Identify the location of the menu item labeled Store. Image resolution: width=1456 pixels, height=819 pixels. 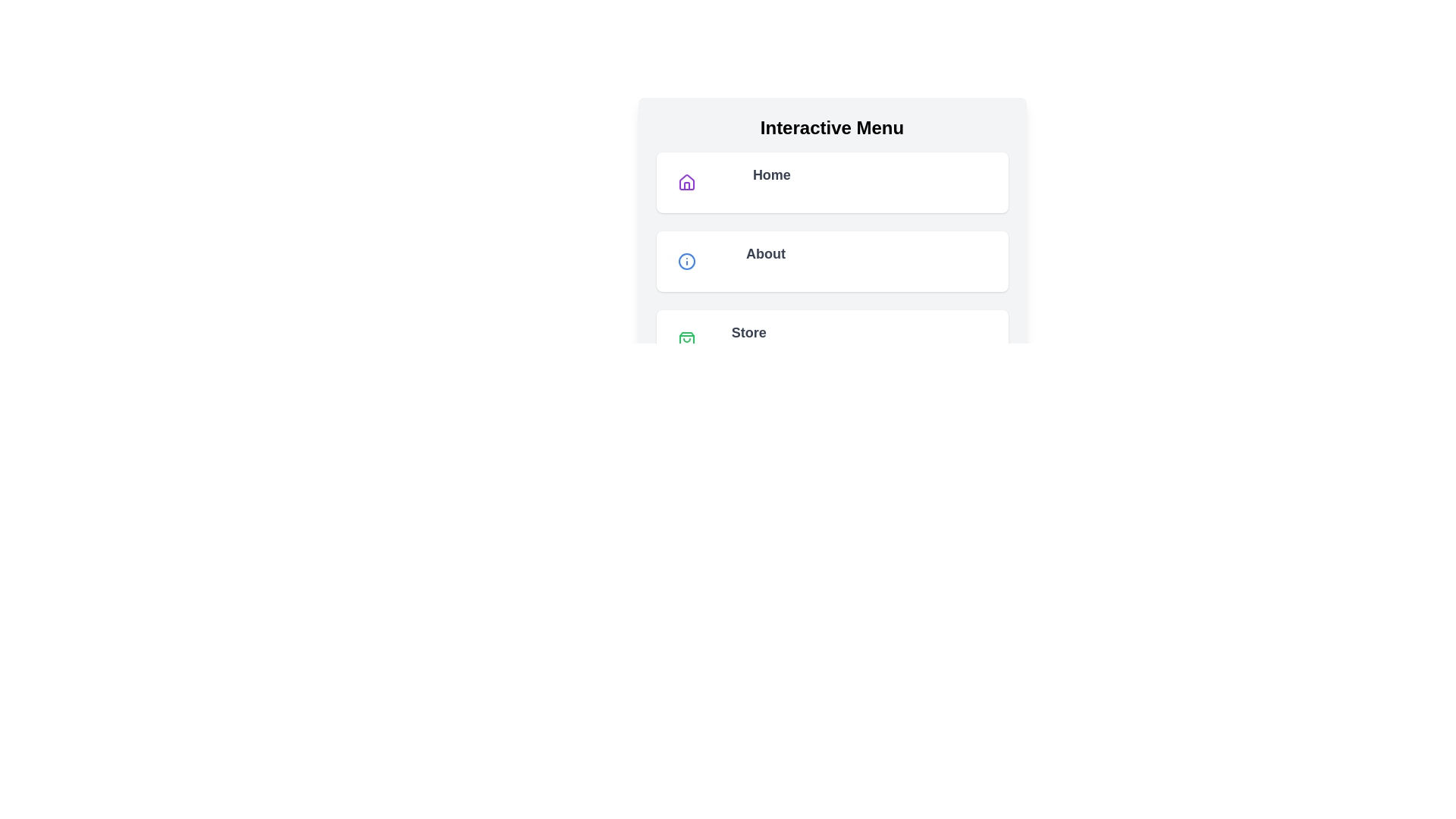
(831, 339).